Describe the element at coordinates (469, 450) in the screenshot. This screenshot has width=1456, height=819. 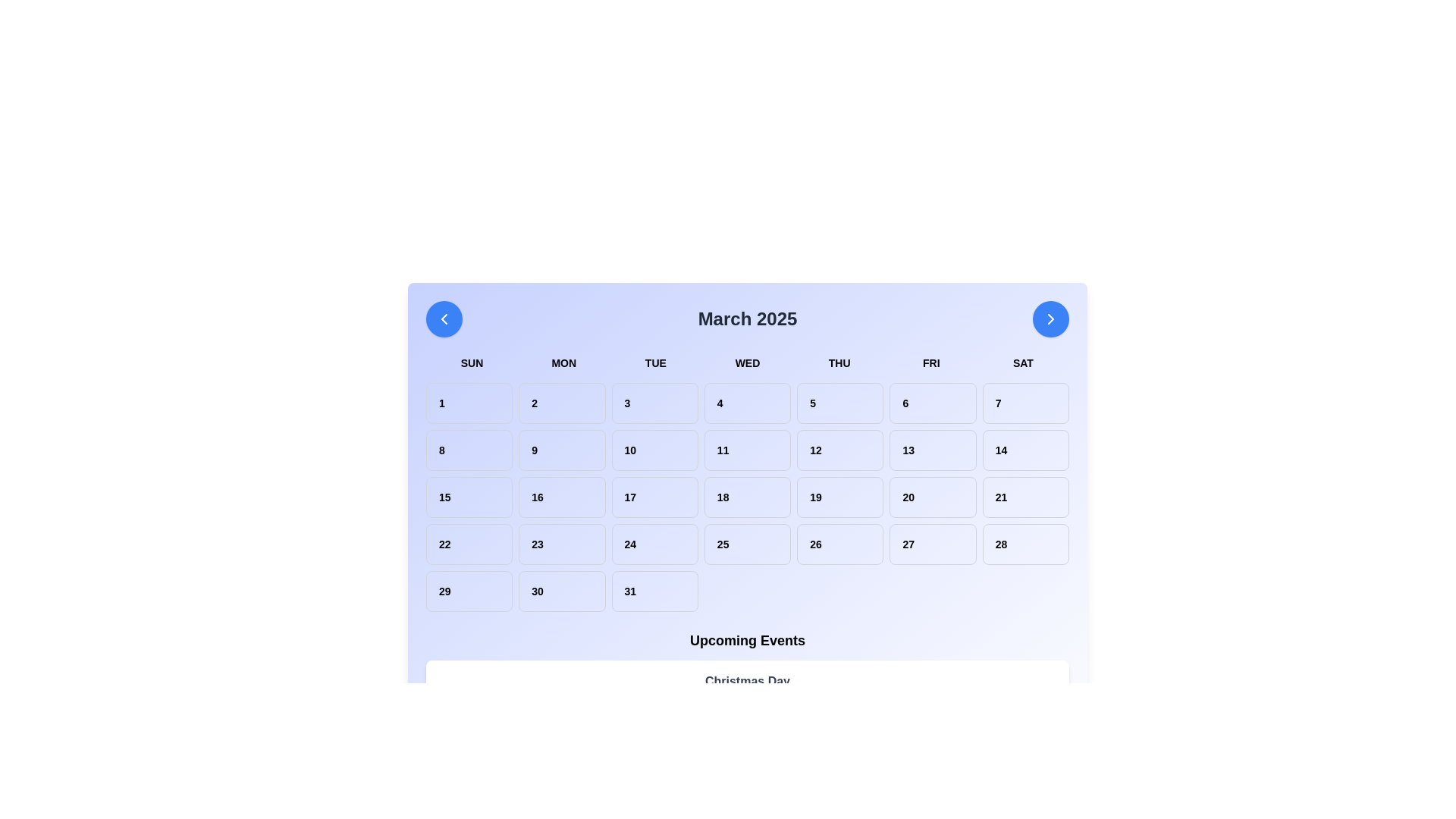
I see `the numeral '8' in the calendar cell` at that location.